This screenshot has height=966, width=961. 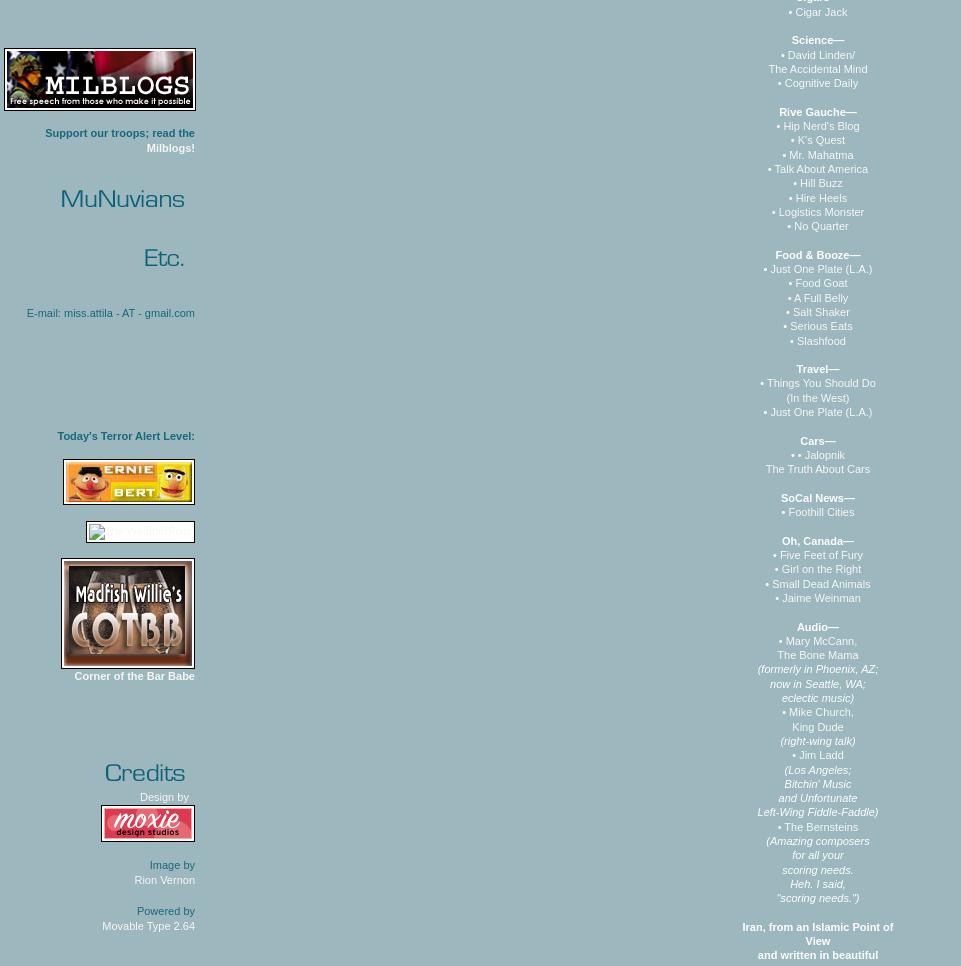 I want to click on 'Hire Heels', so click(x=820, y=196).